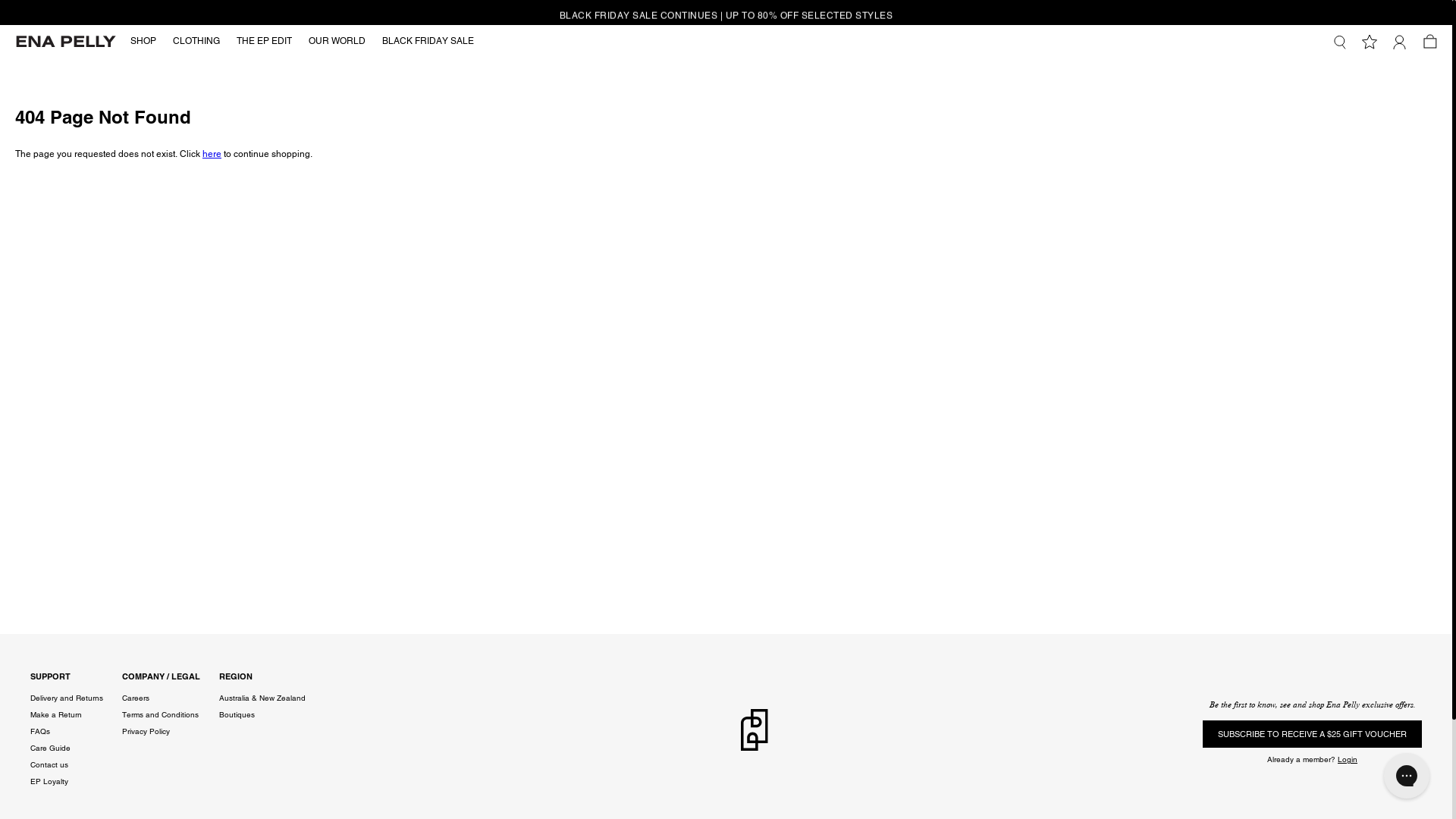 The image size is (1456, 819). What do you see at coordinates (49, 781) in the screenshot?
I see `'EP Loyalty'` at bounding box center [49, 781].